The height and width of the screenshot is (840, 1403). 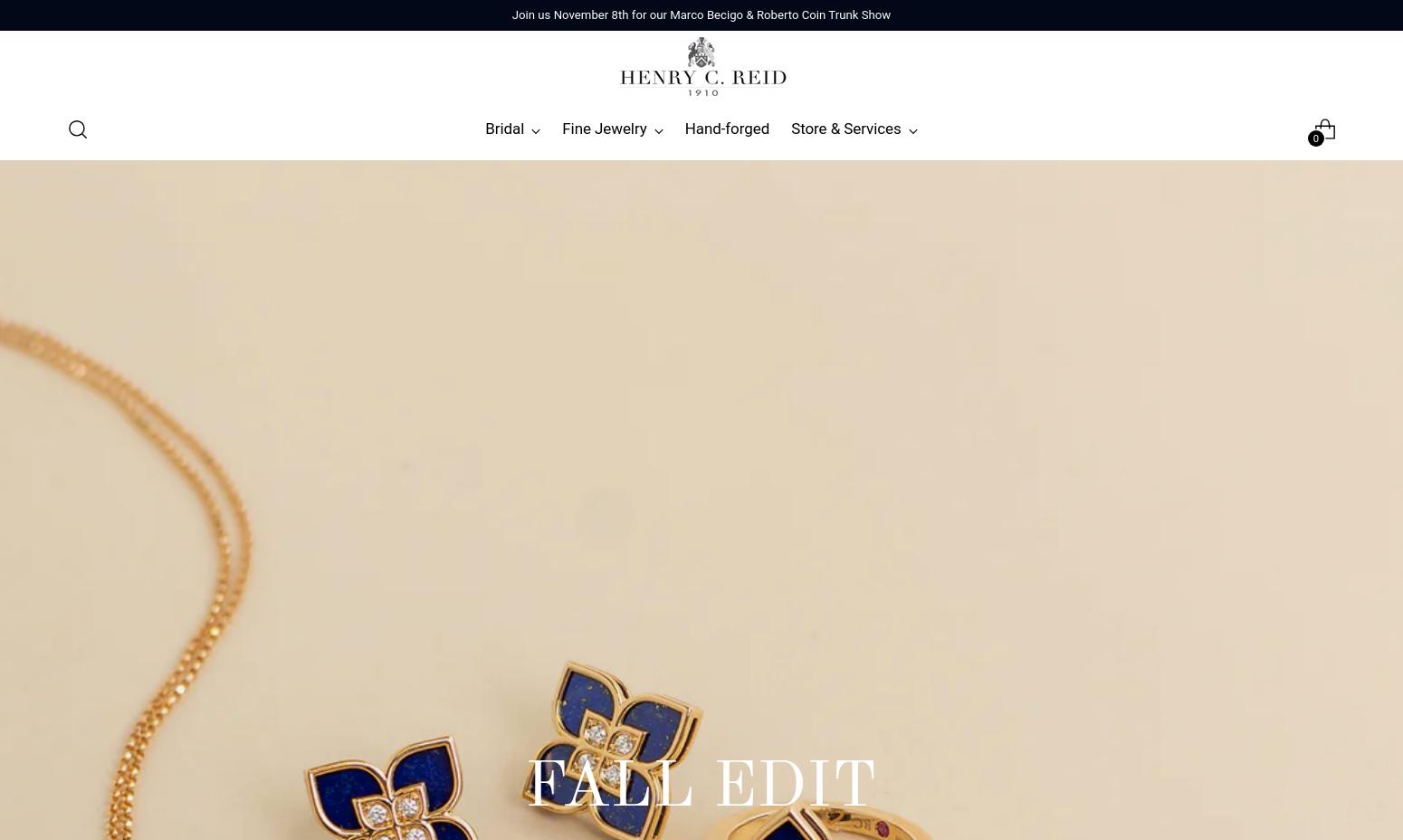 I want to click on 'Anne Sportun', so click(x=388, y=276).